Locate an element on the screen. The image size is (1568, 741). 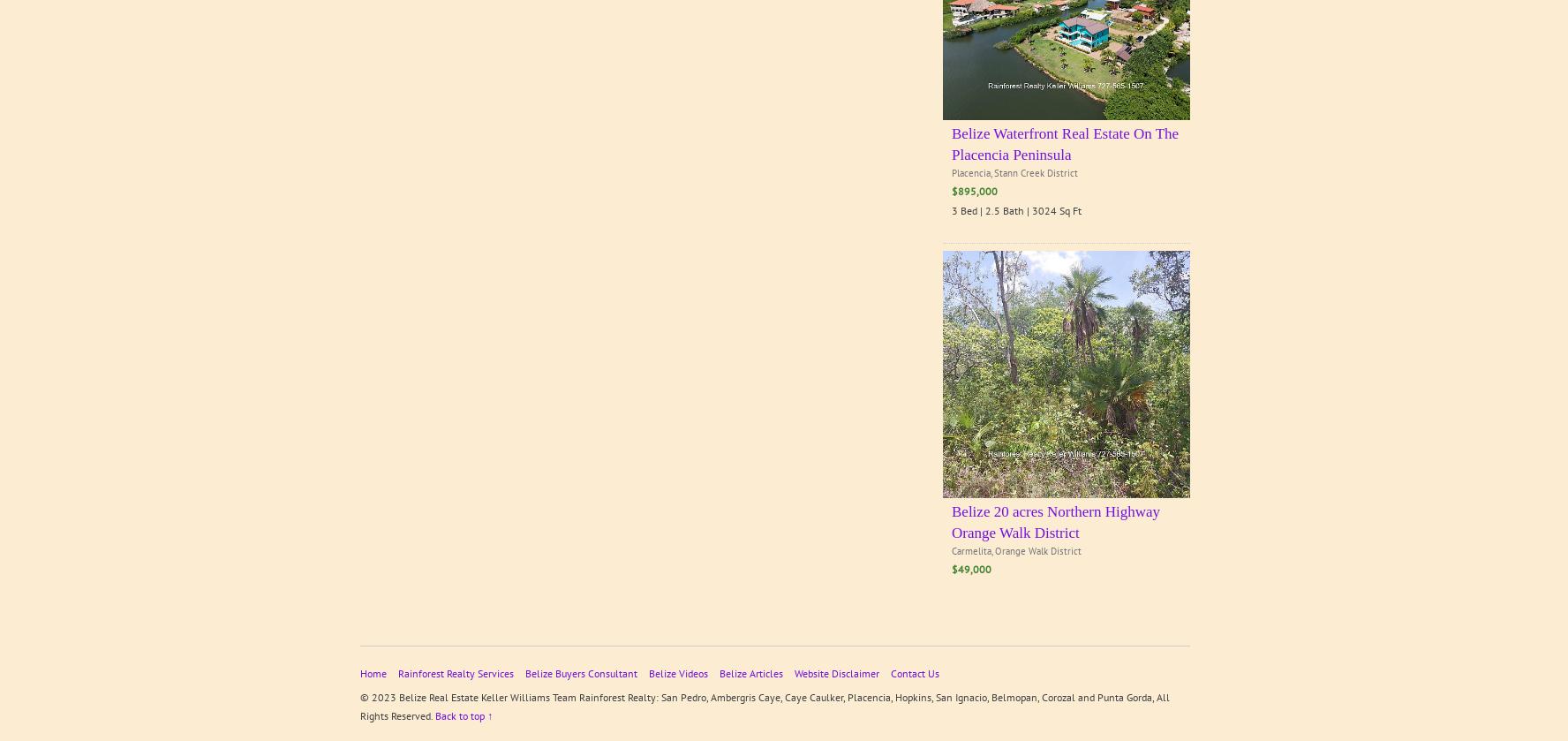
'$895,000' is located at coordinates (951, 191).